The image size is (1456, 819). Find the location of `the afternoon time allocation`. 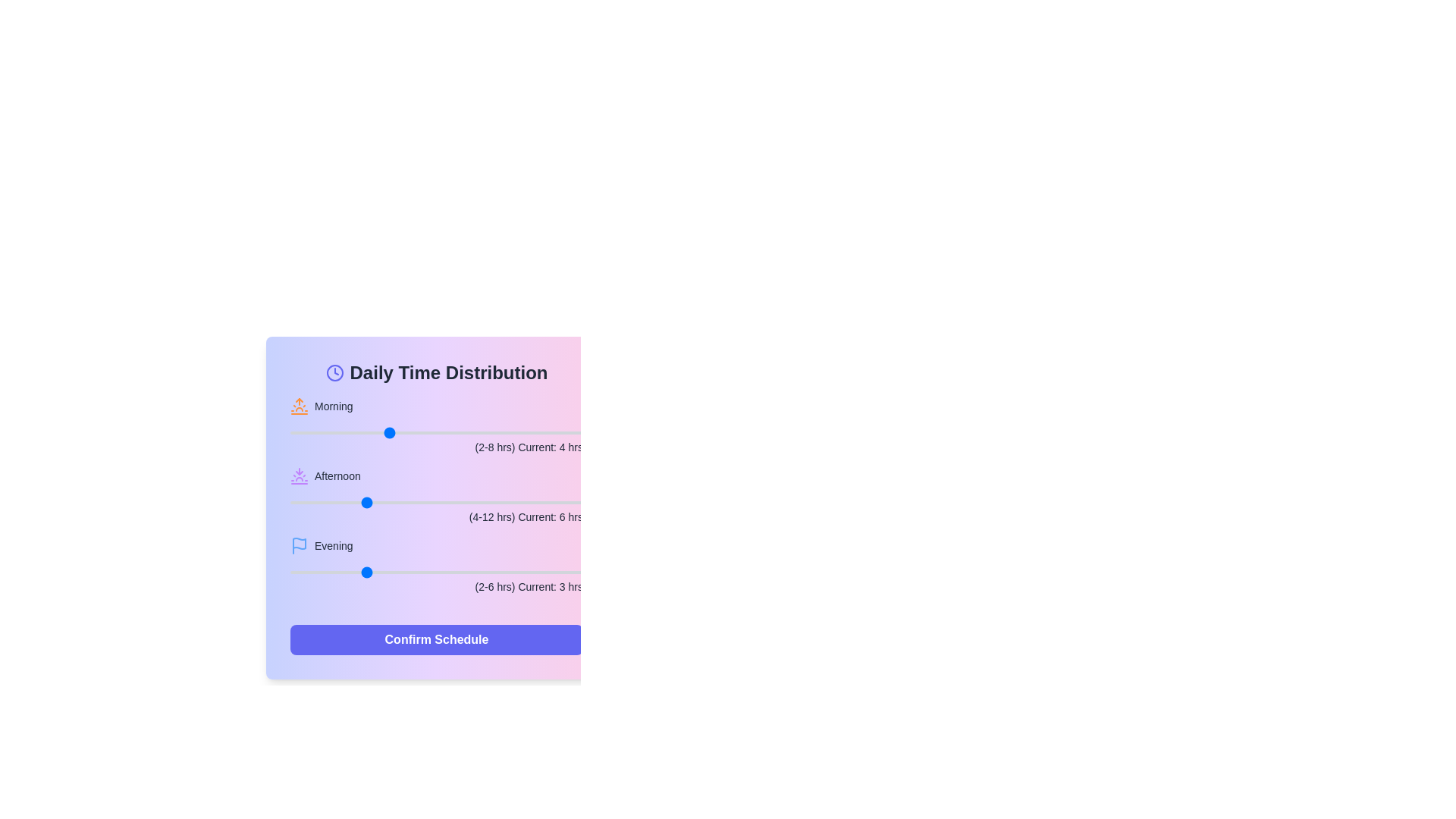

the afternoon time allocation is located at coordinates (400, 503).